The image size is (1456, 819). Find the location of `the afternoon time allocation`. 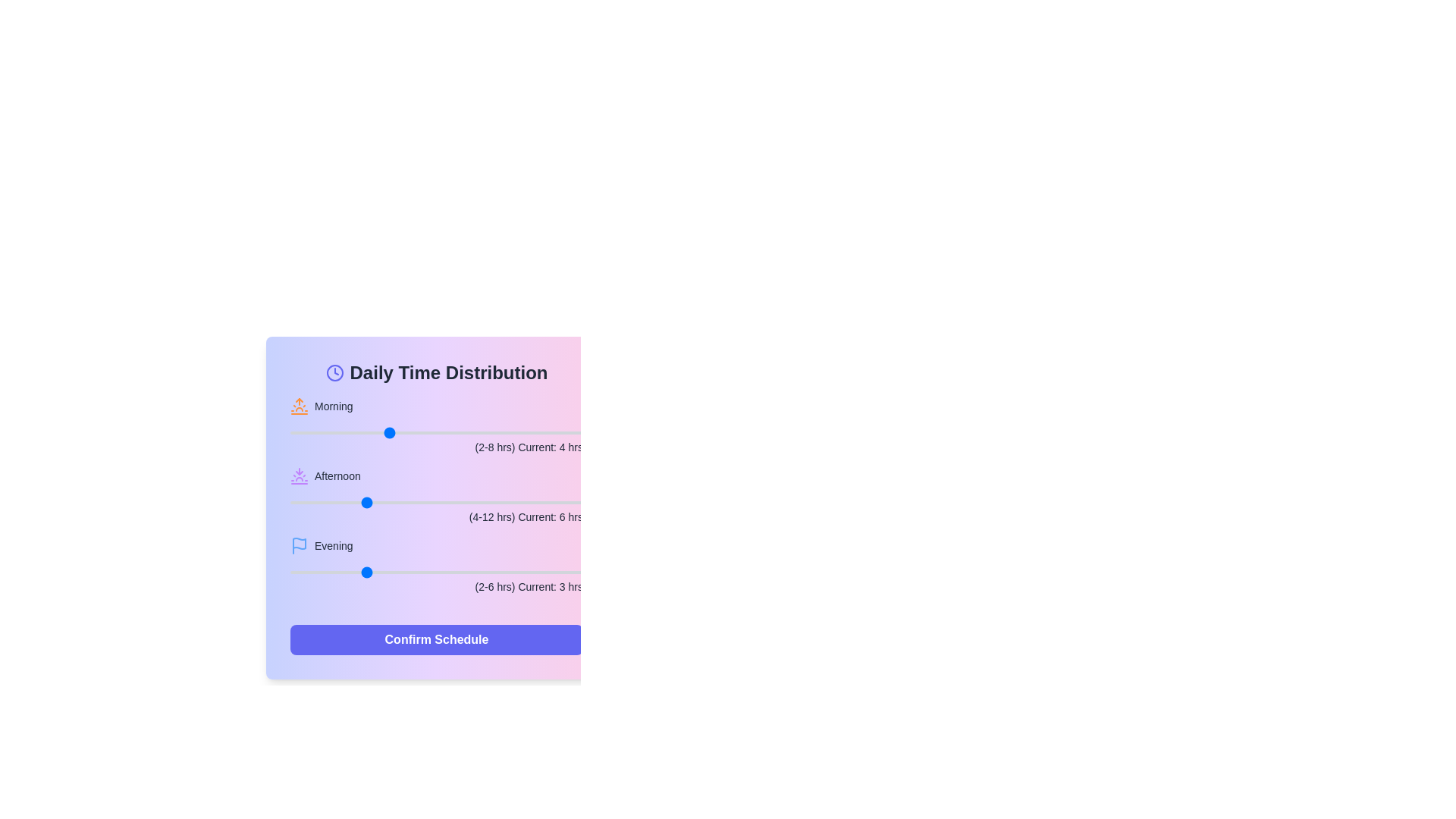

the afternoon time allocation is located at coordinates (400, 503).